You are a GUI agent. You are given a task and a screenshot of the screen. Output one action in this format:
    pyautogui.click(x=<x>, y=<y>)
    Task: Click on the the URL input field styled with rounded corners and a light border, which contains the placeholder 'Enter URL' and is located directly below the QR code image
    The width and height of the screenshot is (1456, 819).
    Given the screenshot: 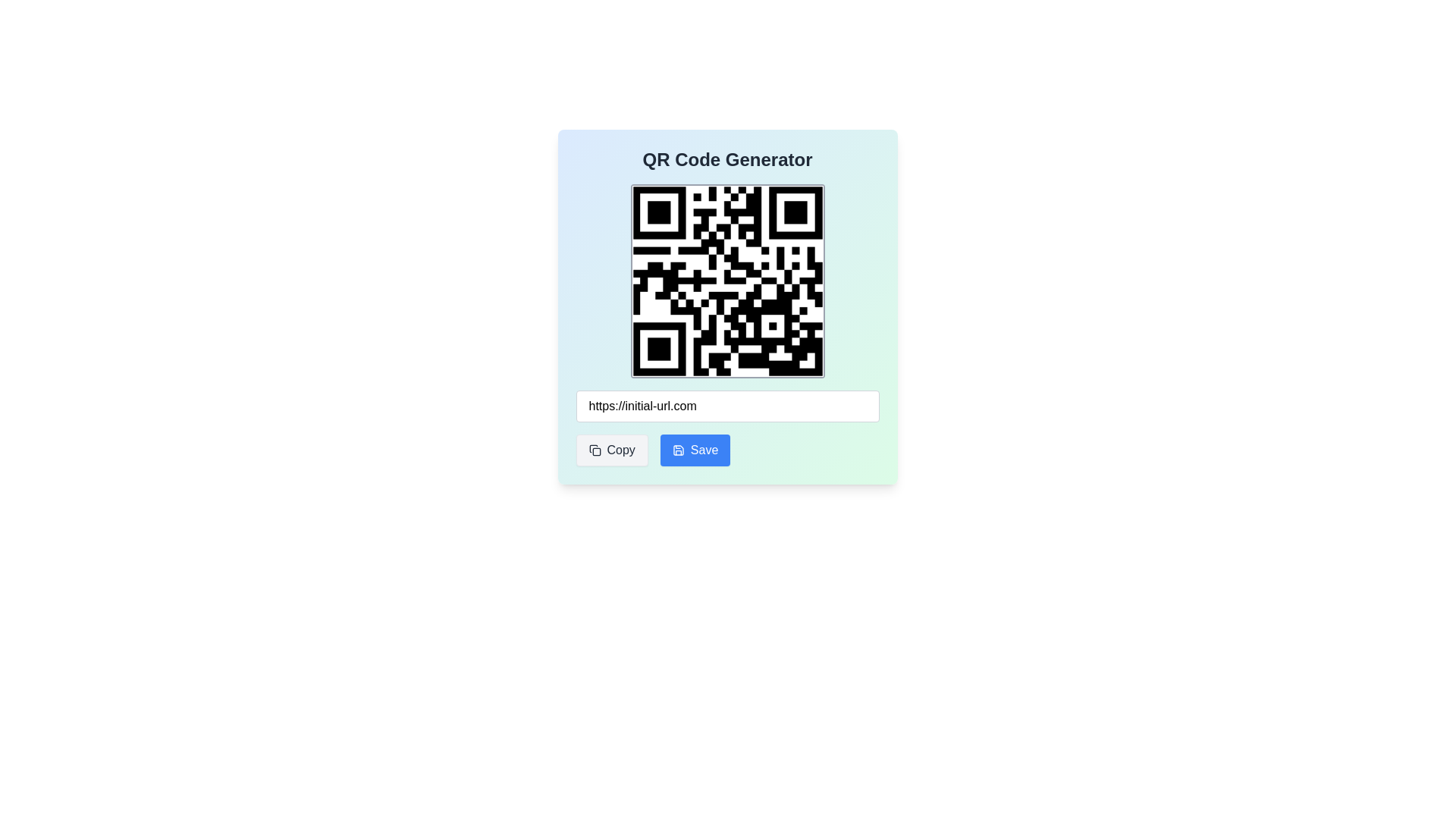 What is the action you would take?
    pyautogui.click(x=726, y=406)
    